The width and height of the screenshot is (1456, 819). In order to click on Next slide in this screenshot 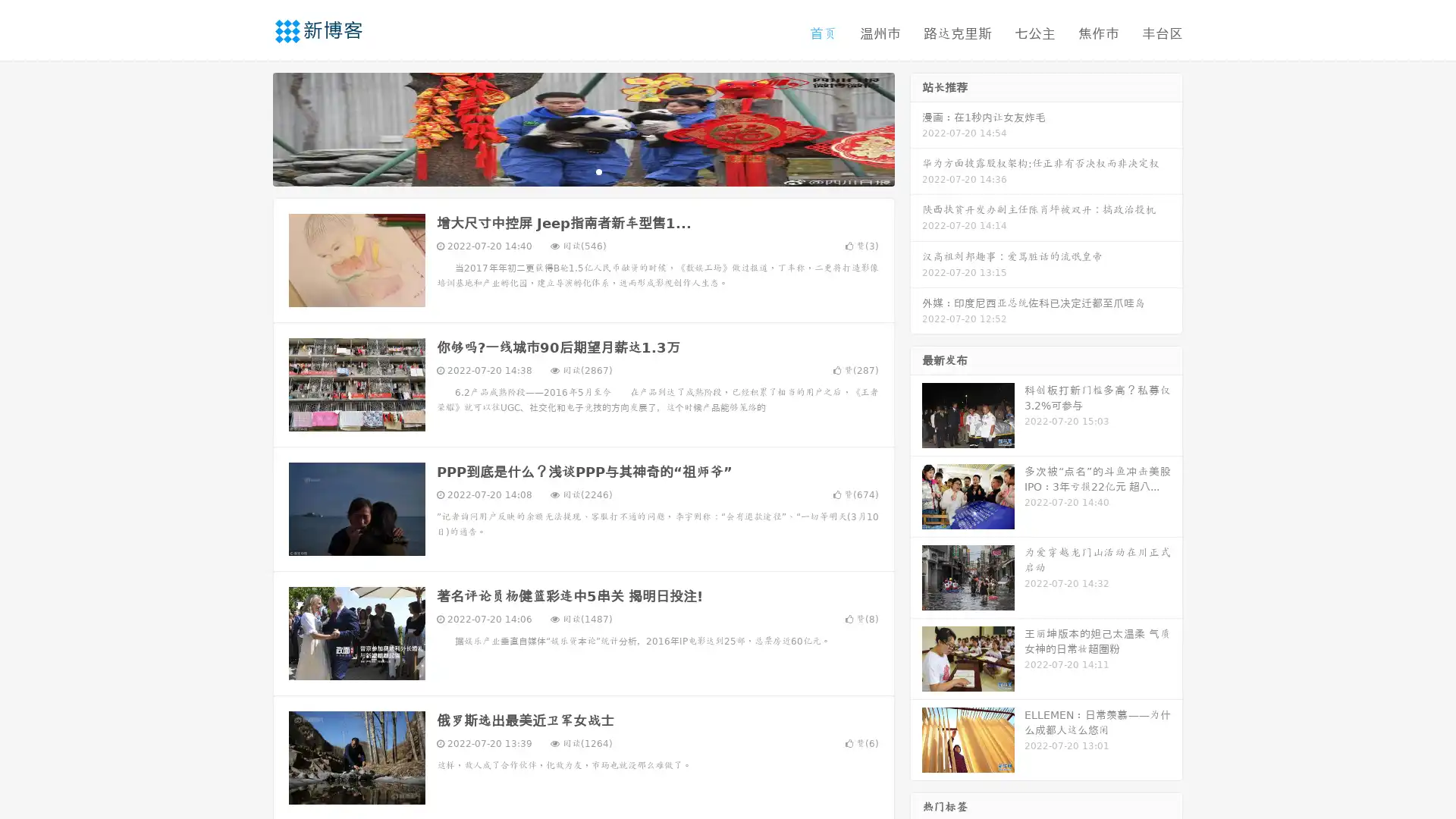, I will do `click(916, 127)`.